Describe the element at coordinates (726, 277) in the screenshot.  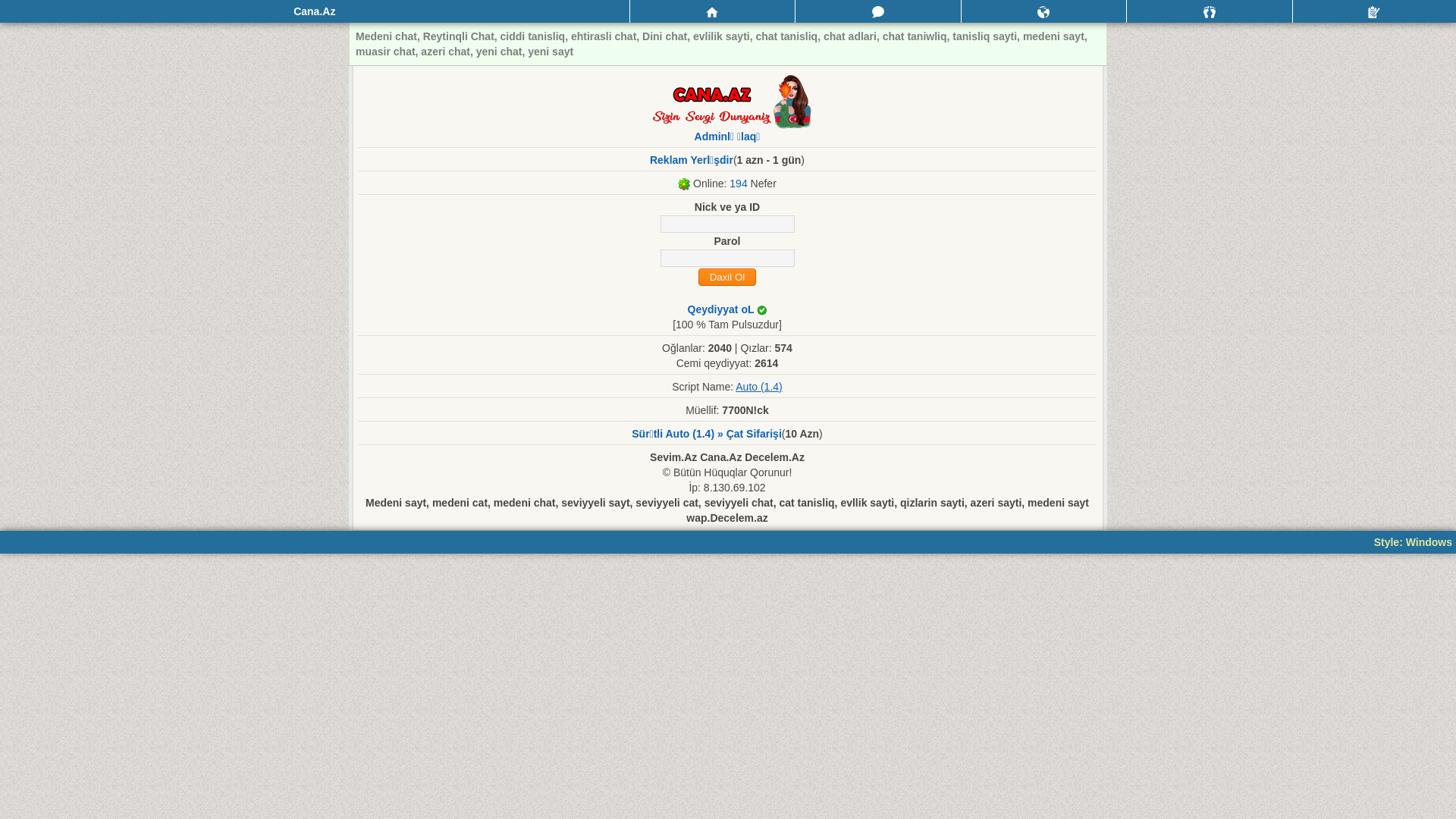
I see `'Daxil Ol'` at that location.